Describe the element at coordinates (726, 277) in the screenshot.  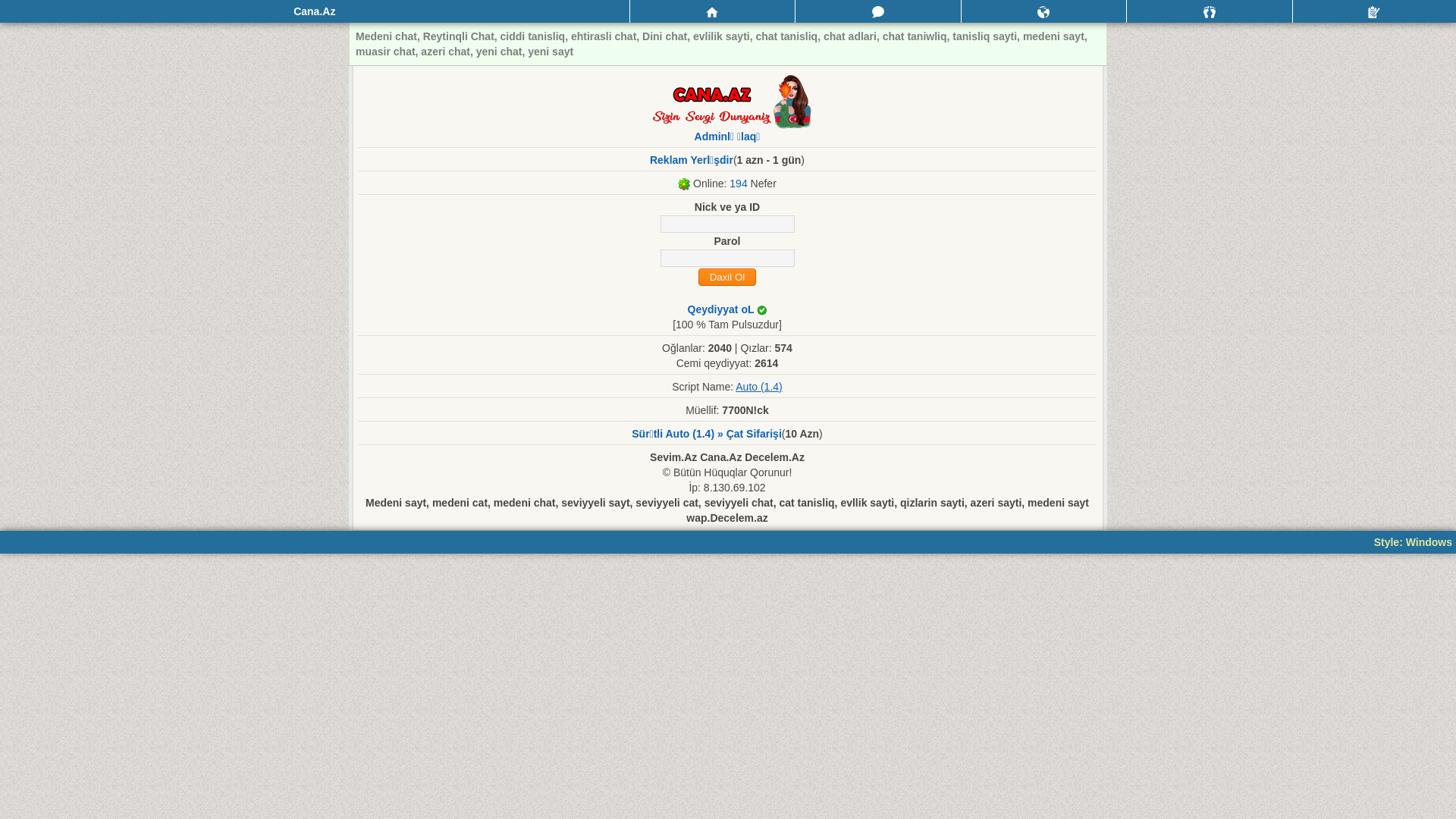
I see `'Daxil Ol'` at that location.